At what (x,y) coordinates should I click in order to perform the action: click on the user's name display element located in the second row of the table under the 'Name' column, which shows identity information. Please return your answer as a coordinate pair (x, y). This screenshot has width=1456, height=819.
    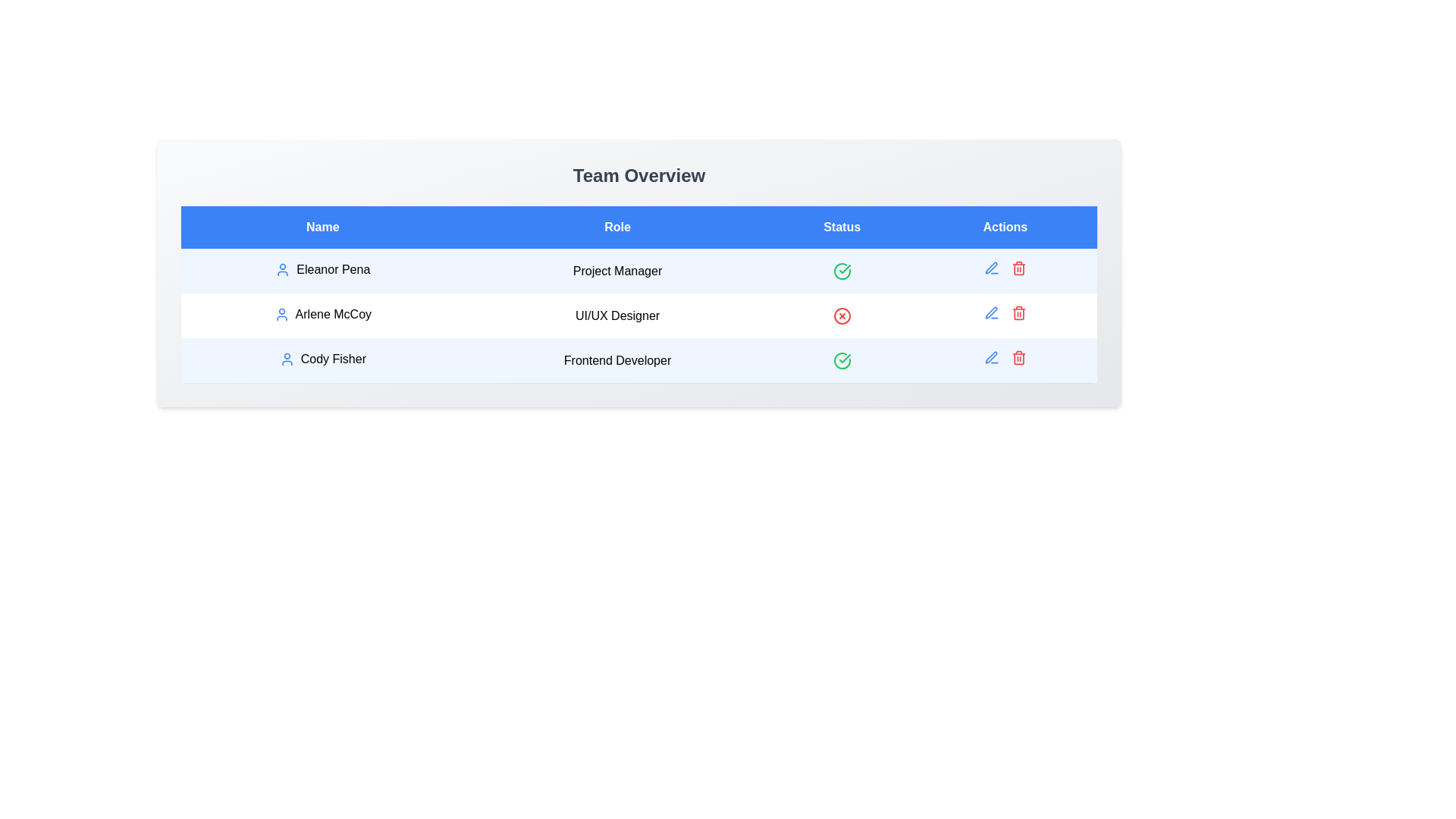
    Looking at the image, I should click on (322, 314).